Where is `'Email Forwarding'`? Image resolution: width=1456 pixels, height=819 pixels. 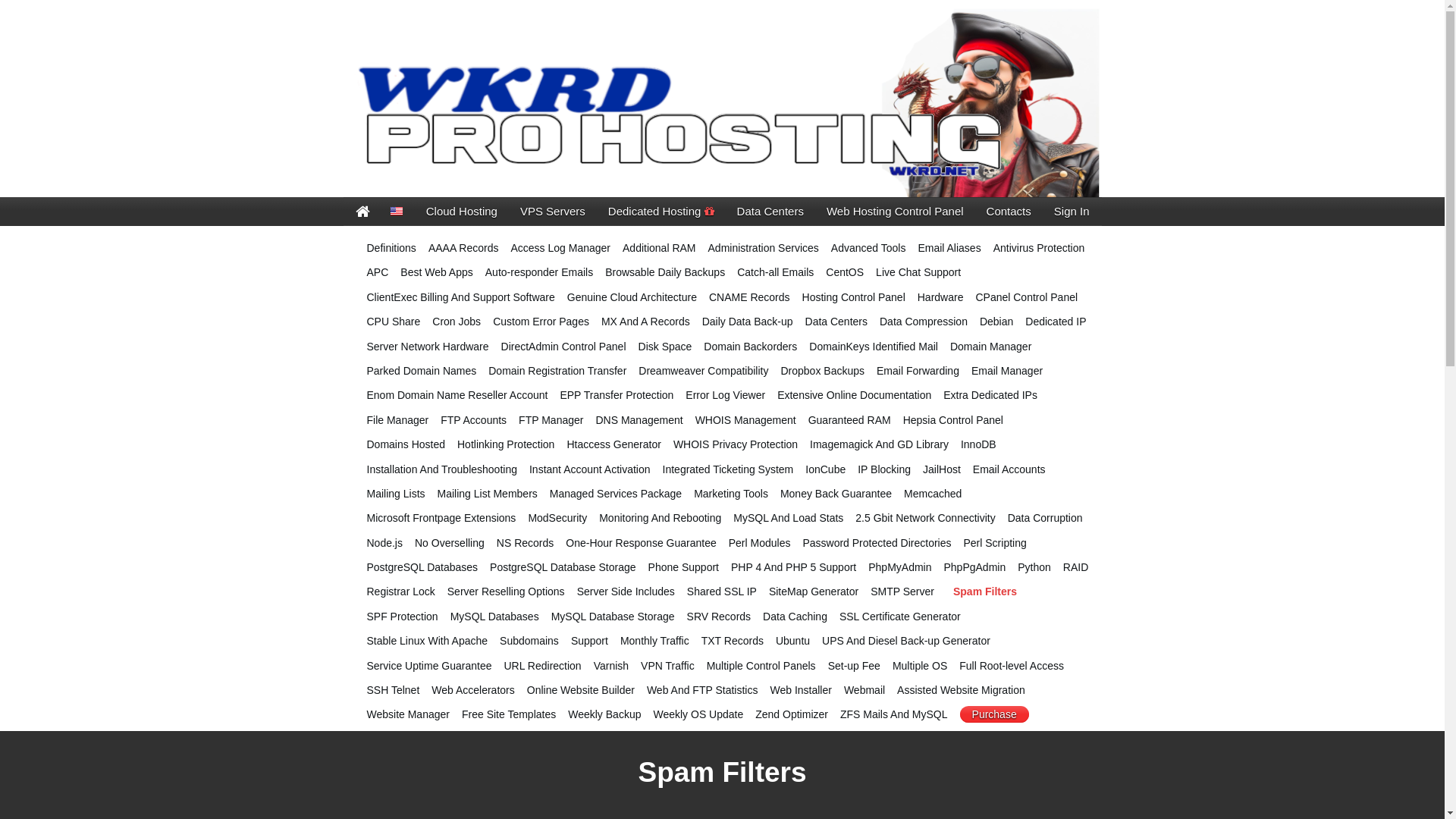 'Email Forwarding' is located at coordinates (917, 371).